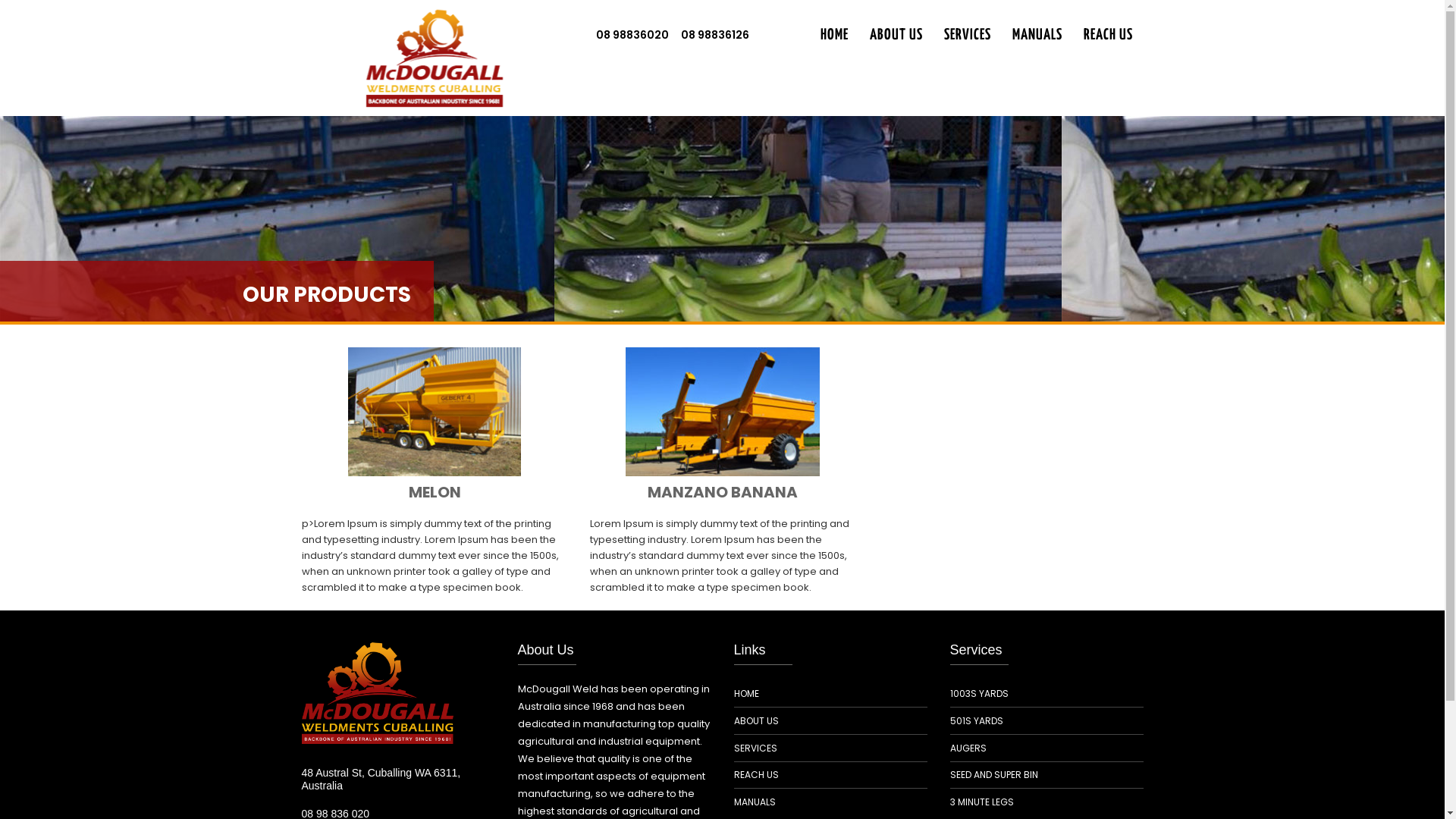 This screenshot has width=1456, height=819. What do you see at coordinates (981, 801) in the screenshot?
I see `'3 MINUTE LEGS'` at bounding box center [981, 801].